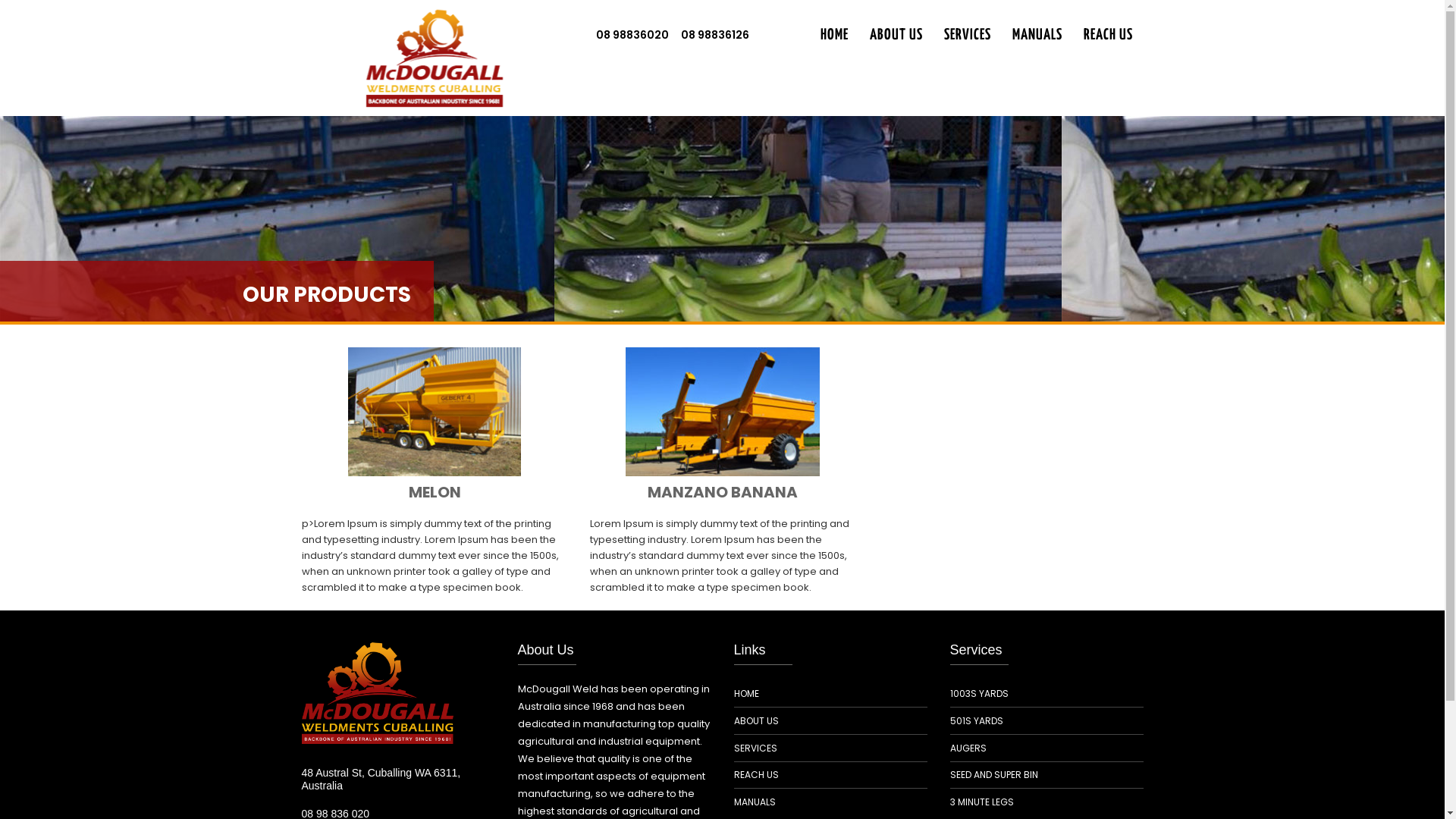 This screenshot has width=1456, height=819. What do you see at coordinates (981, 801) in the screenshot?
I see `'3 MINUTE LEGS'` at bounding box center [981, 801].